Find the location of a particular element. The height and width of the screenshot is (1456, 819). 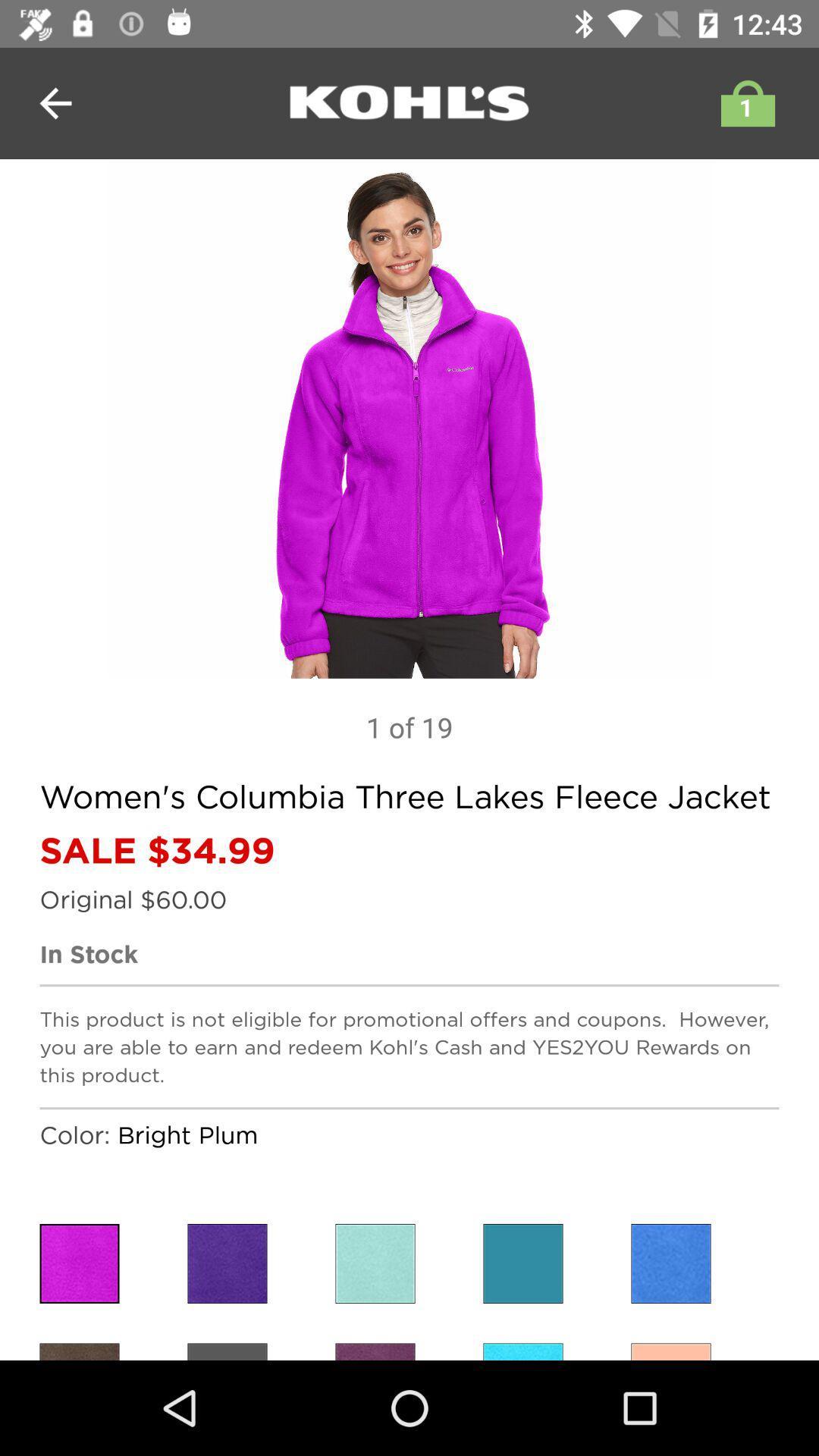

the close icon is located at coordinates (227, 1263).